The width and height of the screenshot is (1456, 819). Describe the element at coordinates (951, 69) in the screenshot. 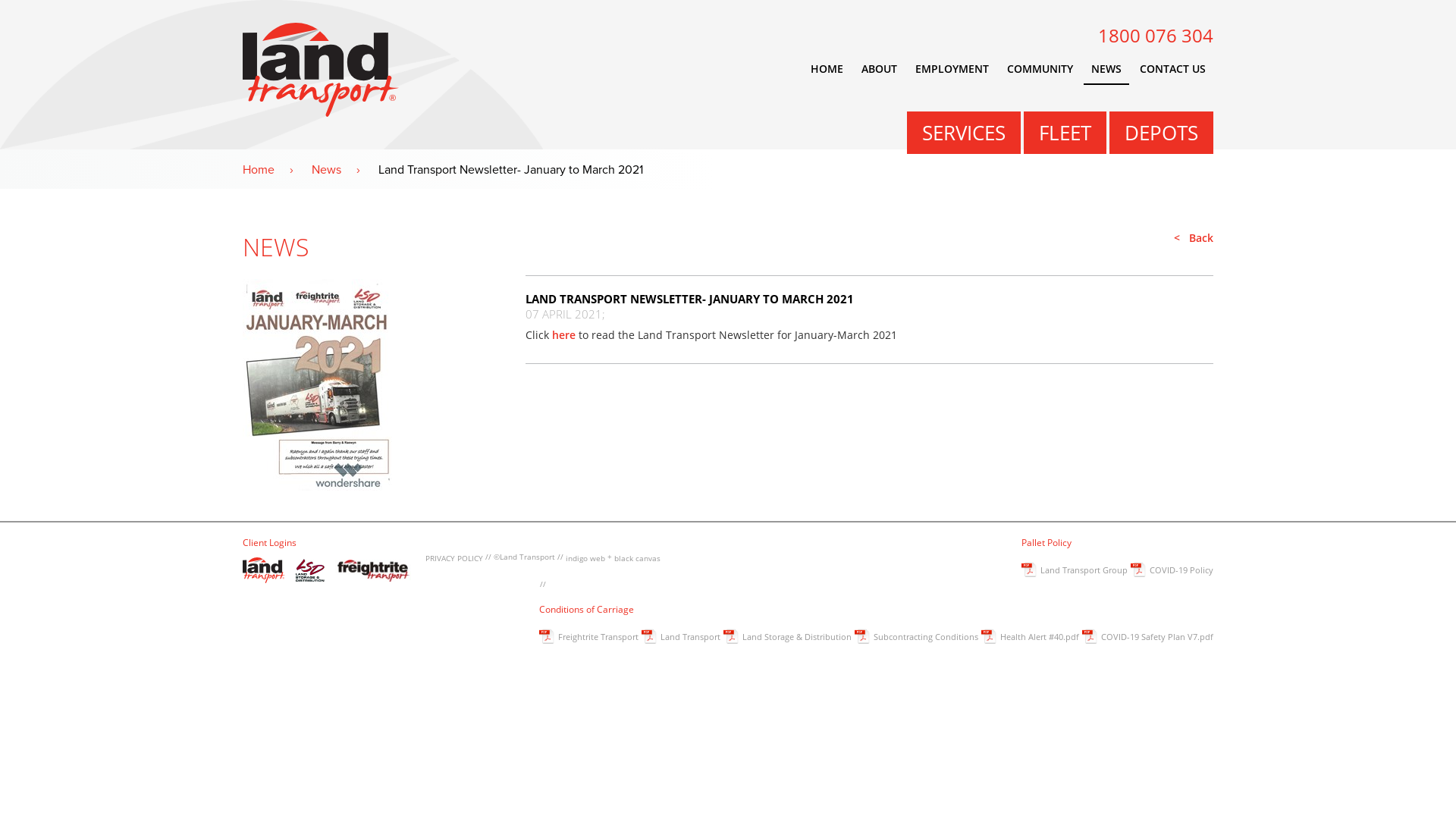

I see `'EMPLOYMENT'` at that location.